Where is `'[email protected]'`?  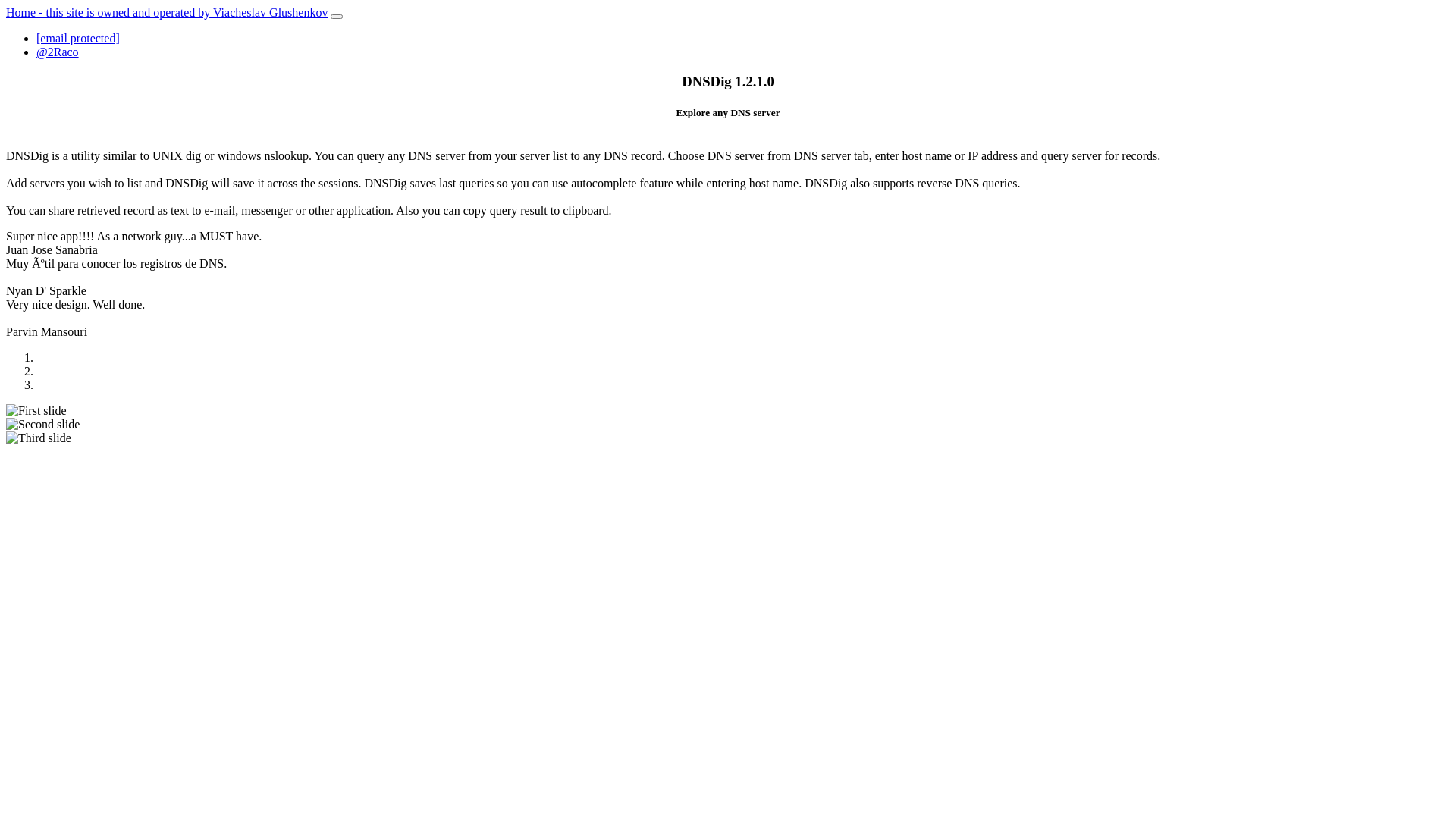 '[email protected]' is located at coordinates (36, 37).